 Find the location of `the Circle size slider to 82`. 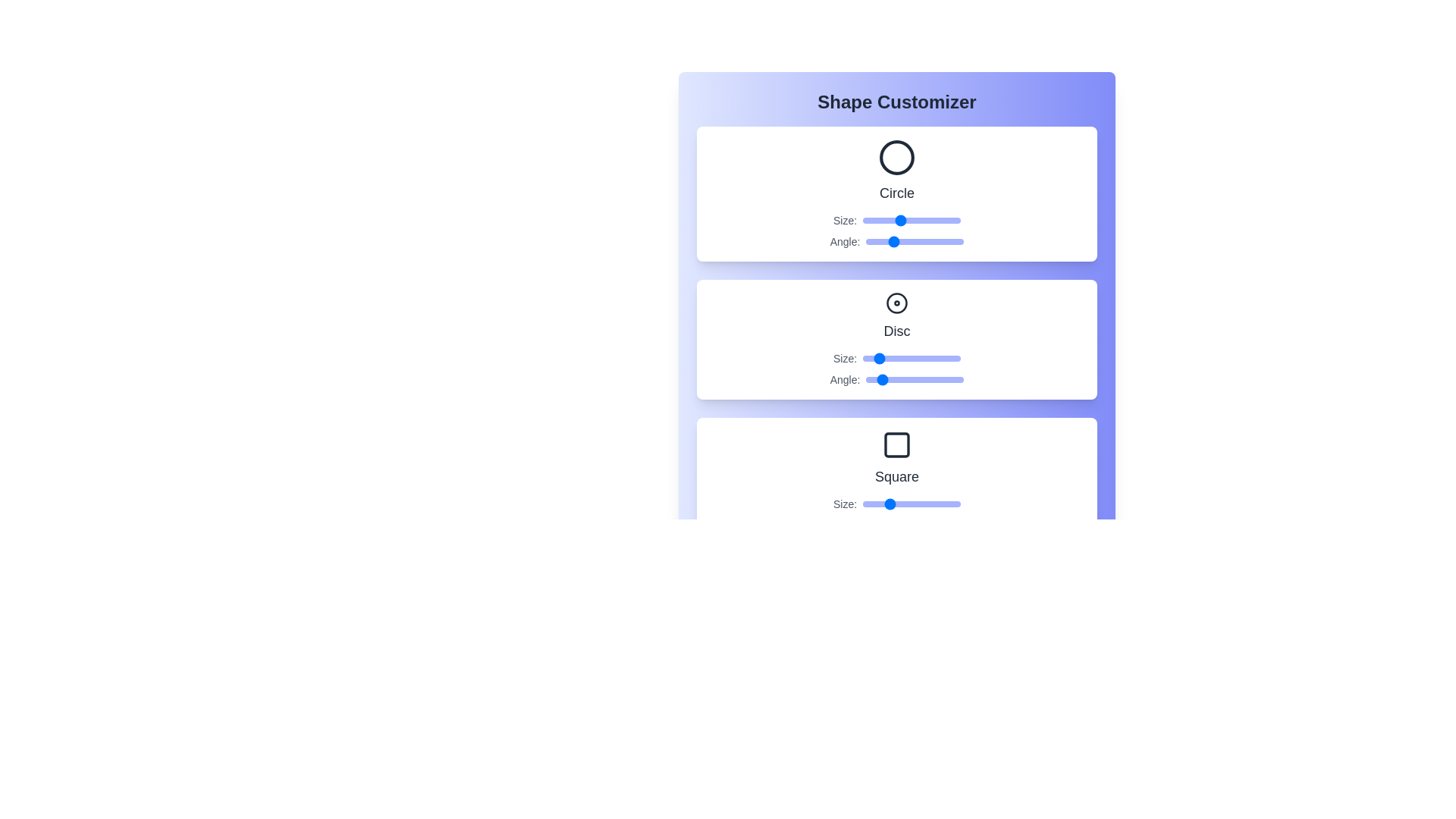

the Circle size slider to 82 is located at coordinates (938, 220).